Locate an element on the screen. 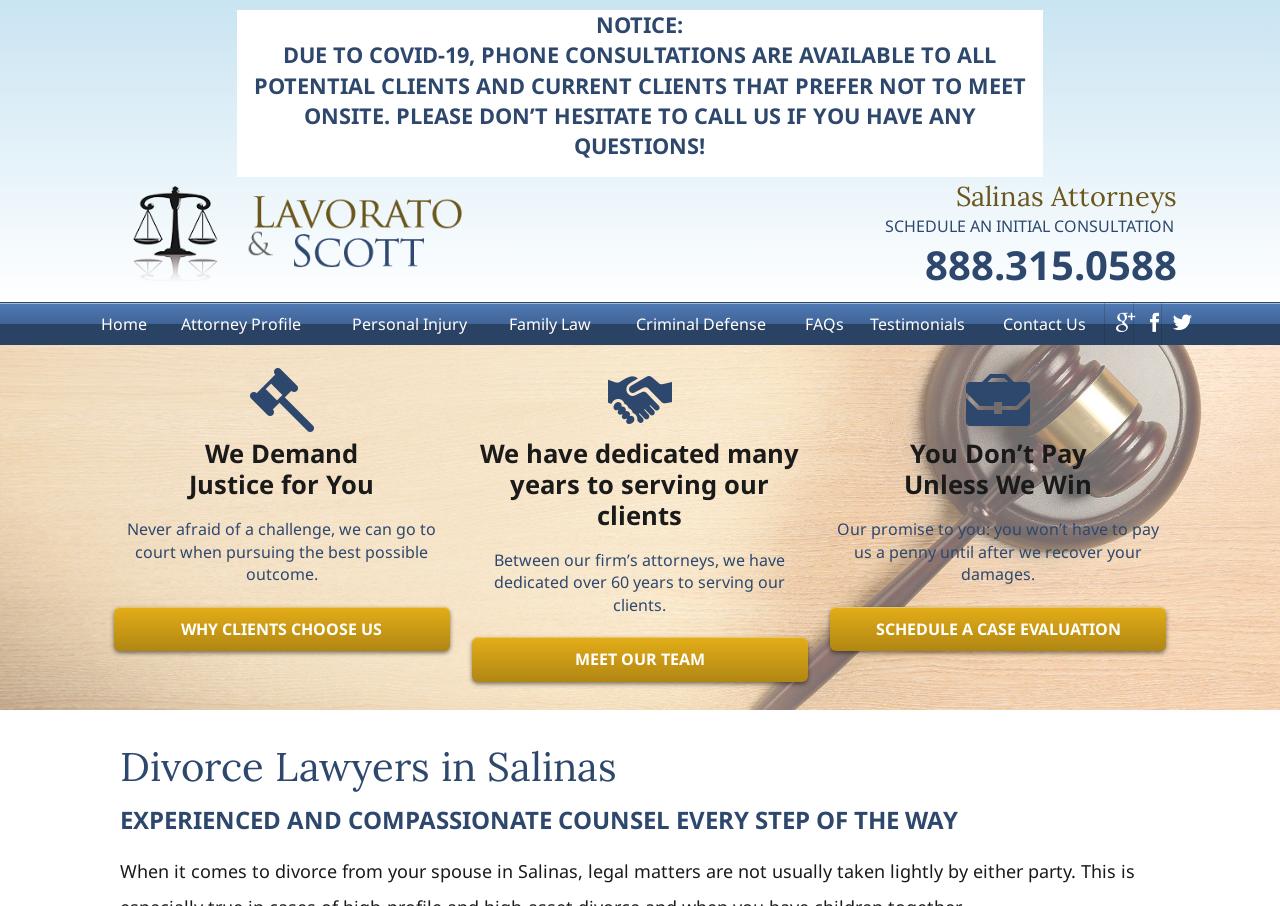 The height and width of the screenshot is (906, 1280). 'FAQs' is located at coordinates (824, 350).